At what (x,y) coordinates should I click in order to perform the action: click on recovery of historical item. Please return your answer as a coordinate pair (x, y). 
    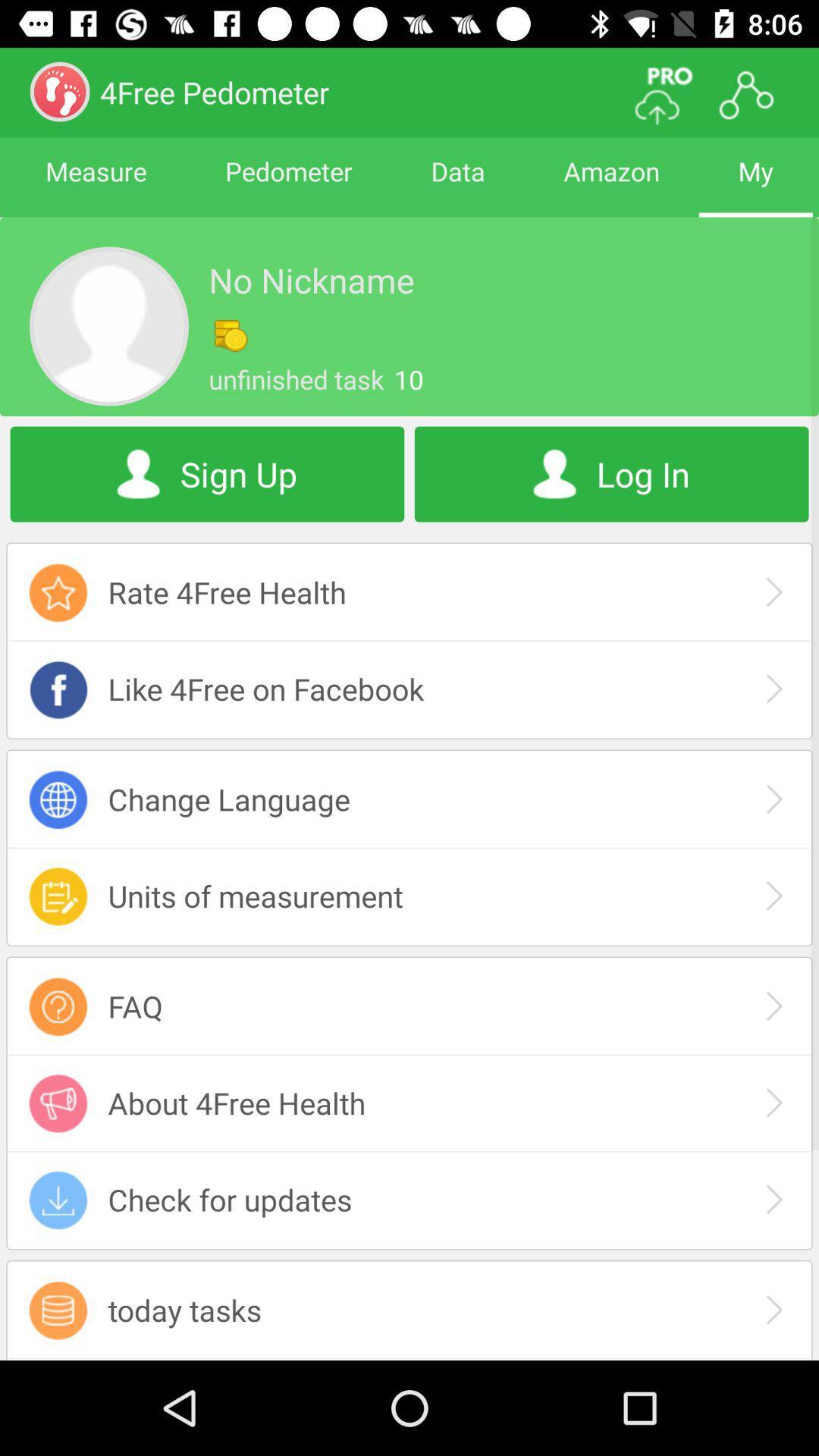
    Looking at the image, I should click on (409, 1360).